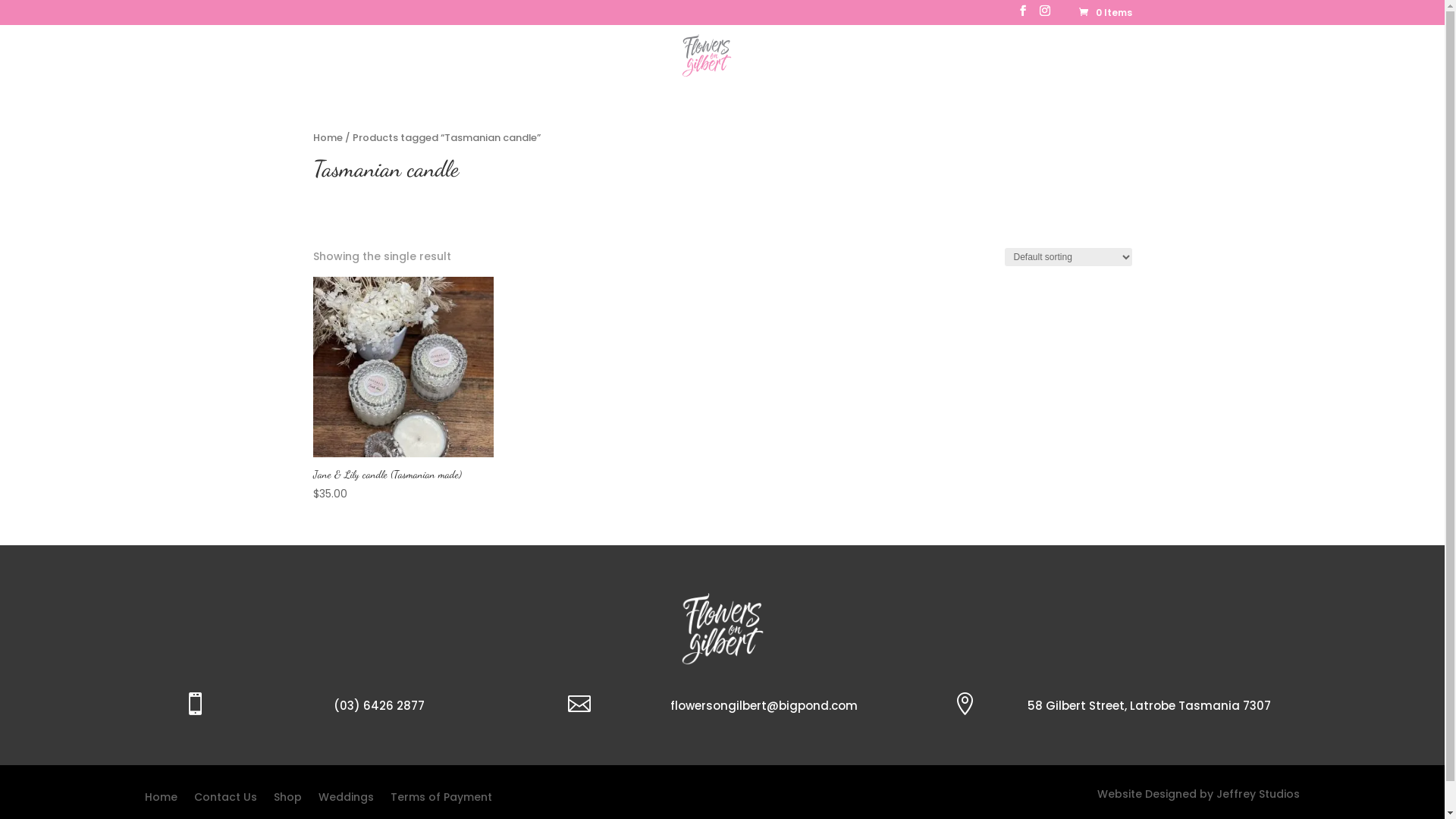 Image resolution: width=1456 pixels, height=819 pixels. Describe the element at coordinates (160, 799) in the screenshot. I see `'Home'` at that location.